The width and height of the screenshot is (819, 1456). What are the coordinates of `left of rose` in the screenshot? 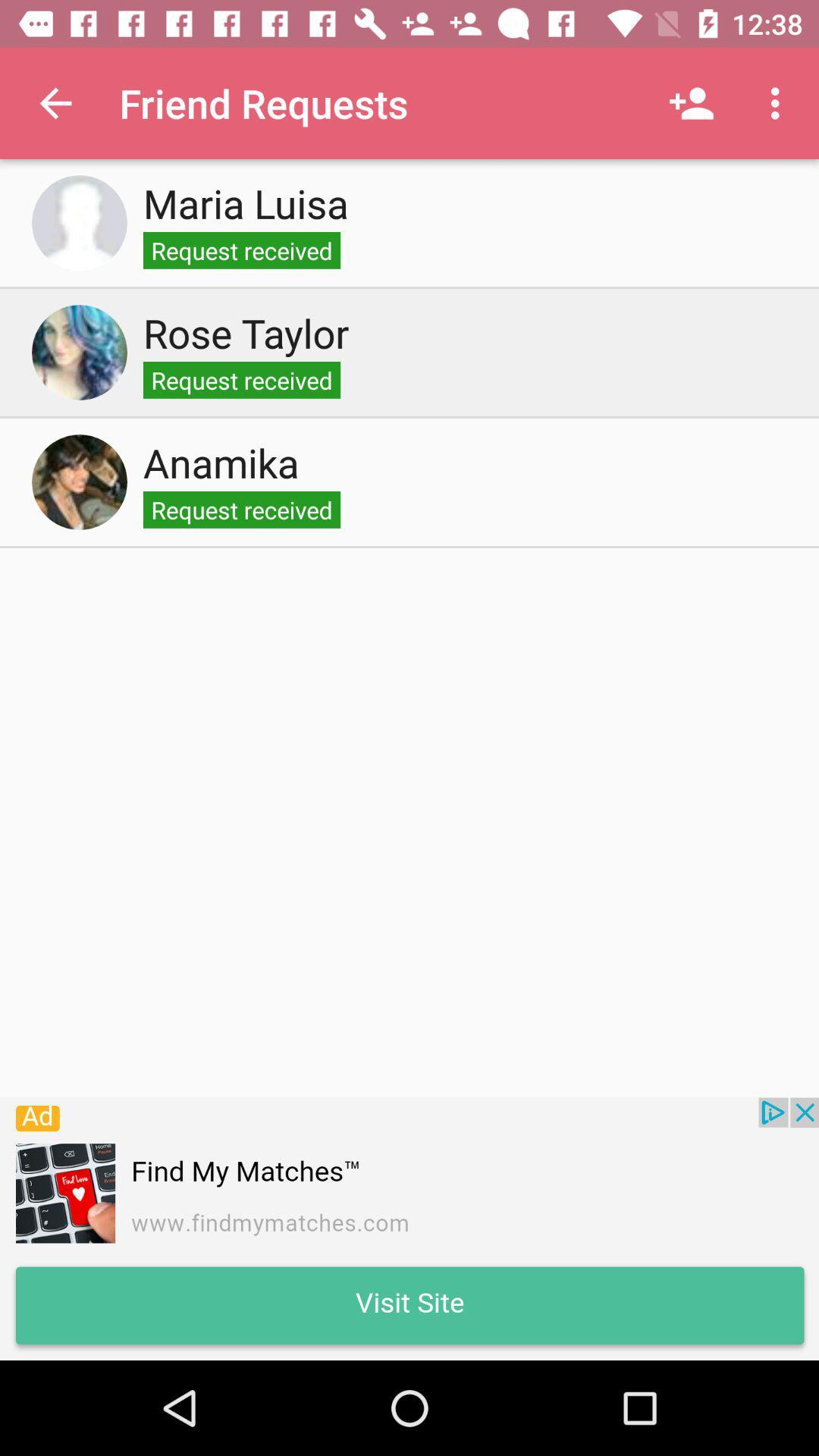 It's located at (79, 352).